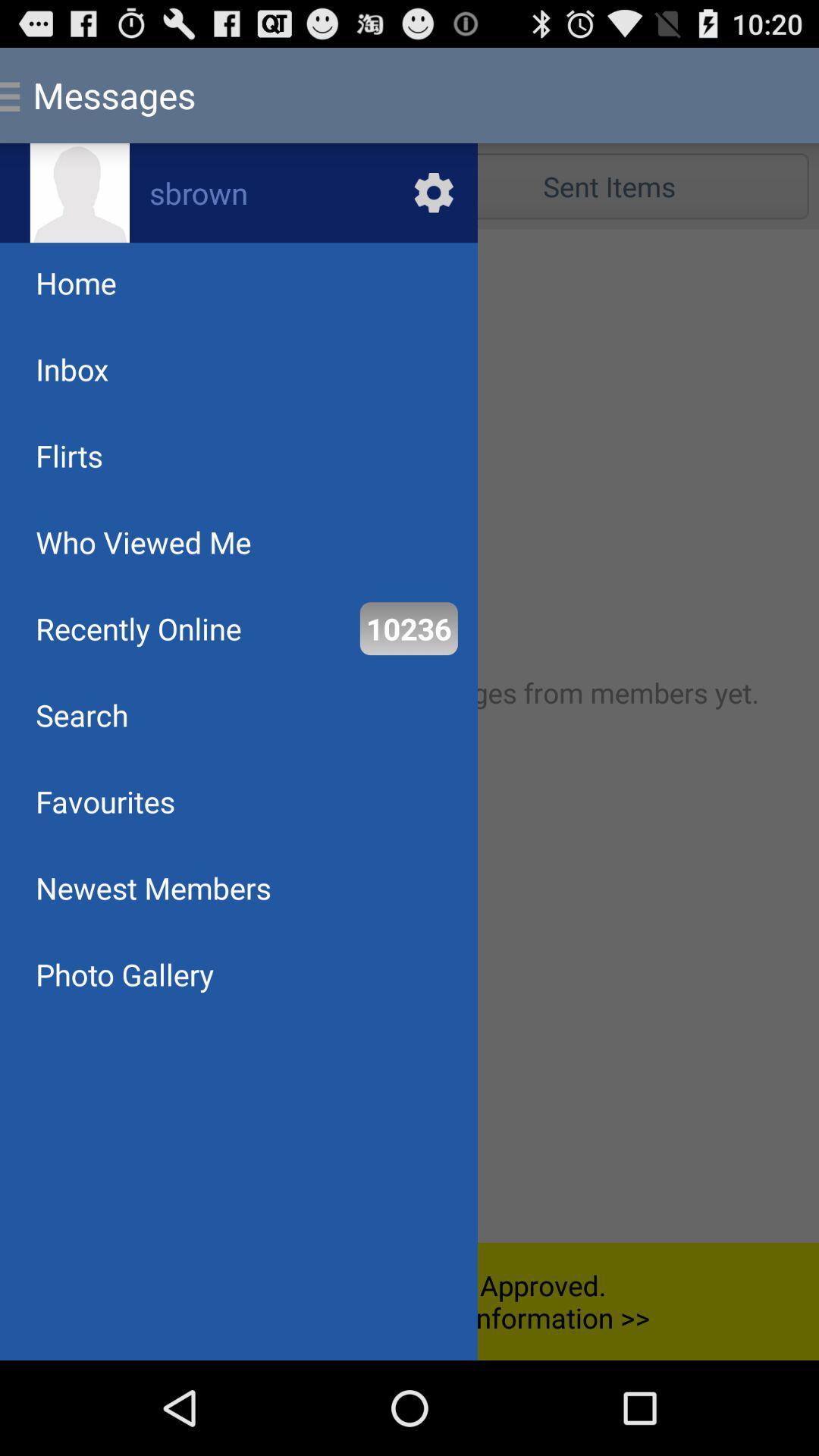 The width and height of the screenshot is (819, 1456). What do you see at coordinates (409, 736) in the screenshot?
I see `the item below the inbox item` at bounding box center [409, 736].